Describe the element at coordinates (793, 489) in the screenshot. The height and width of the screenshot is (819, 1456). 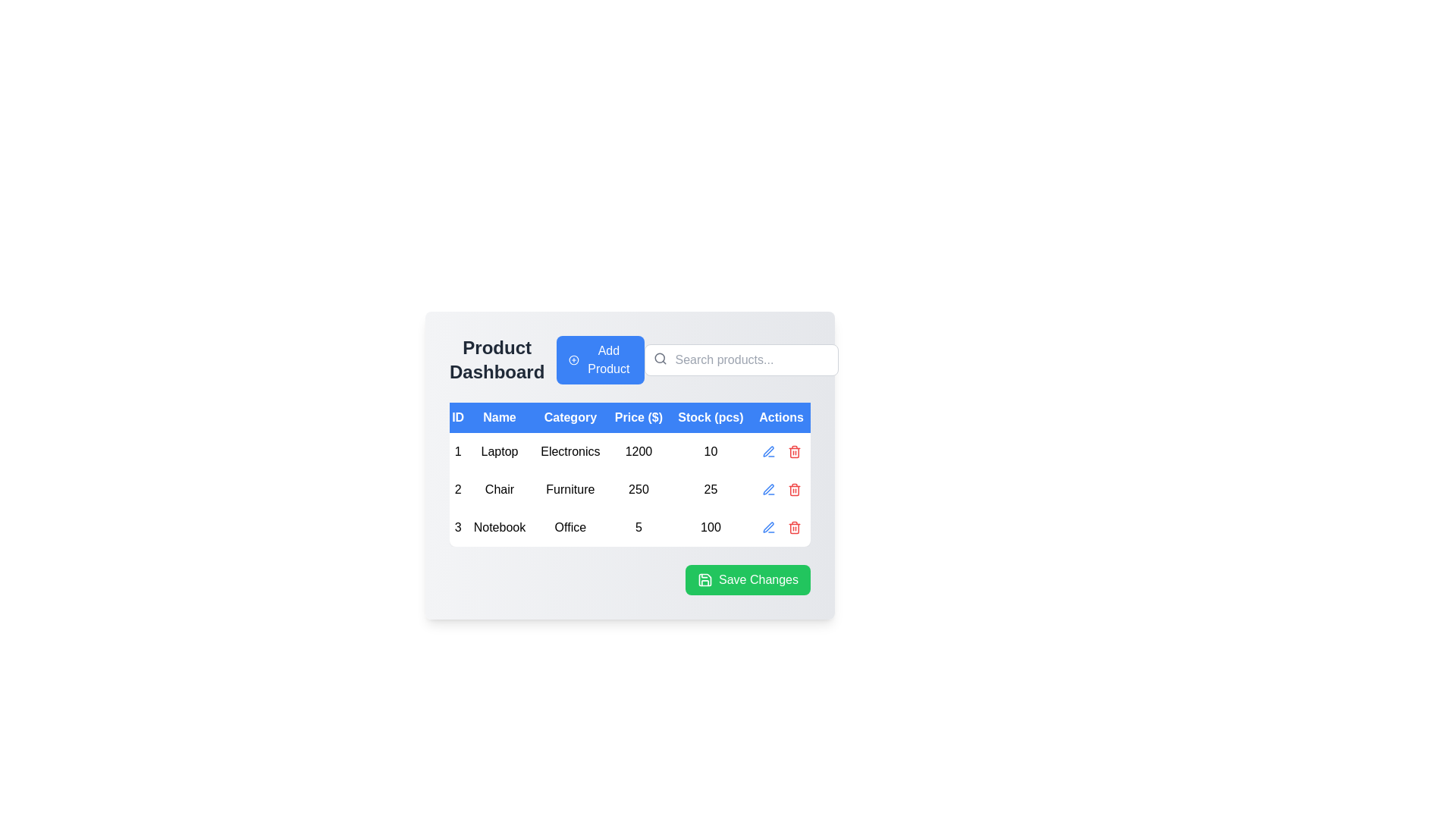
I see `the trash bin icon located in the 'Actions' column of the second row of the table to initiate the delete action` at that location.